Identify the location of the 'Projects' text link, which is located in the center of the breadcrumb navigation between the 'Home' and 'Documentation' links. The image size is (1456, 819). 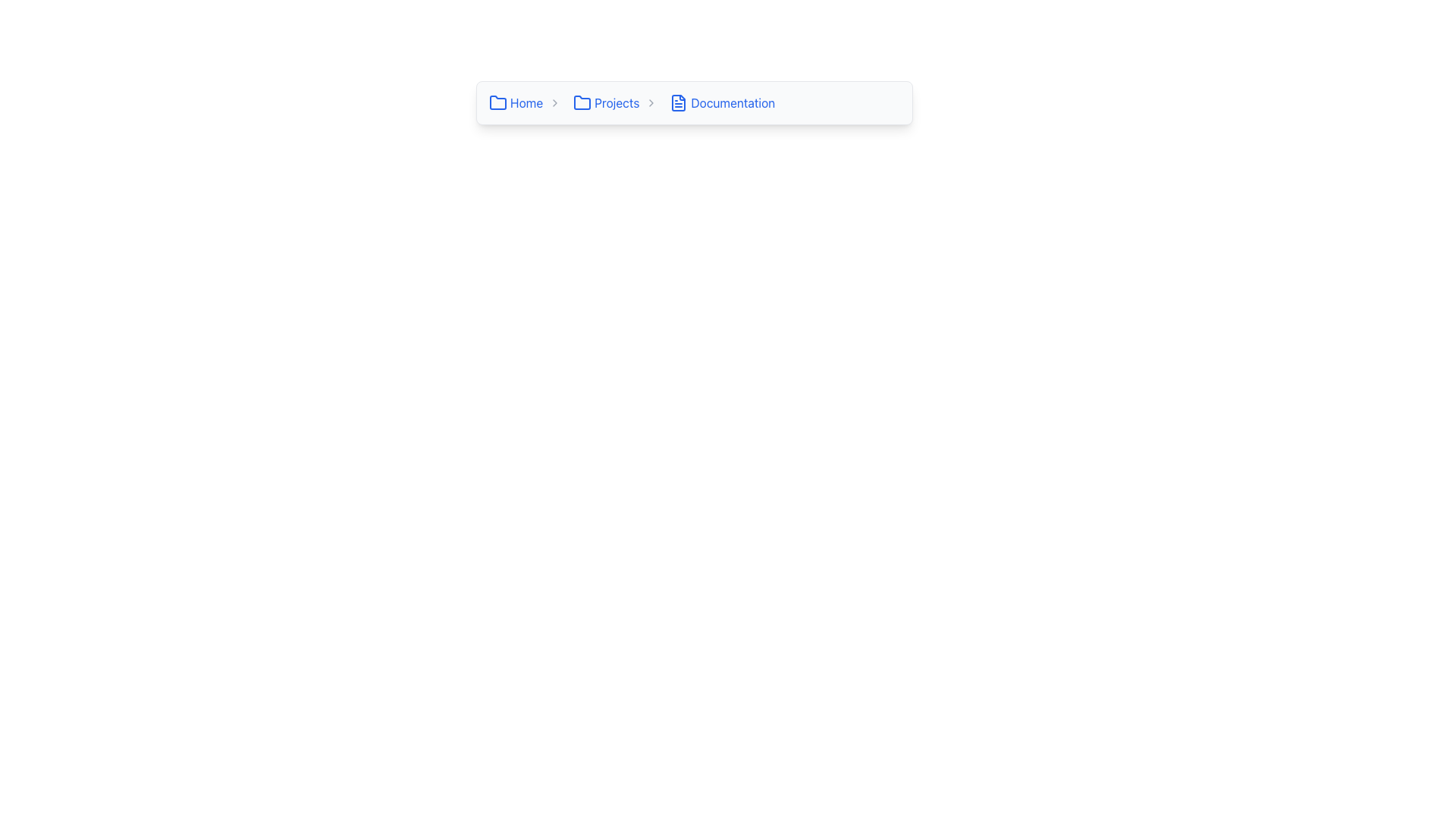
(617, 102).